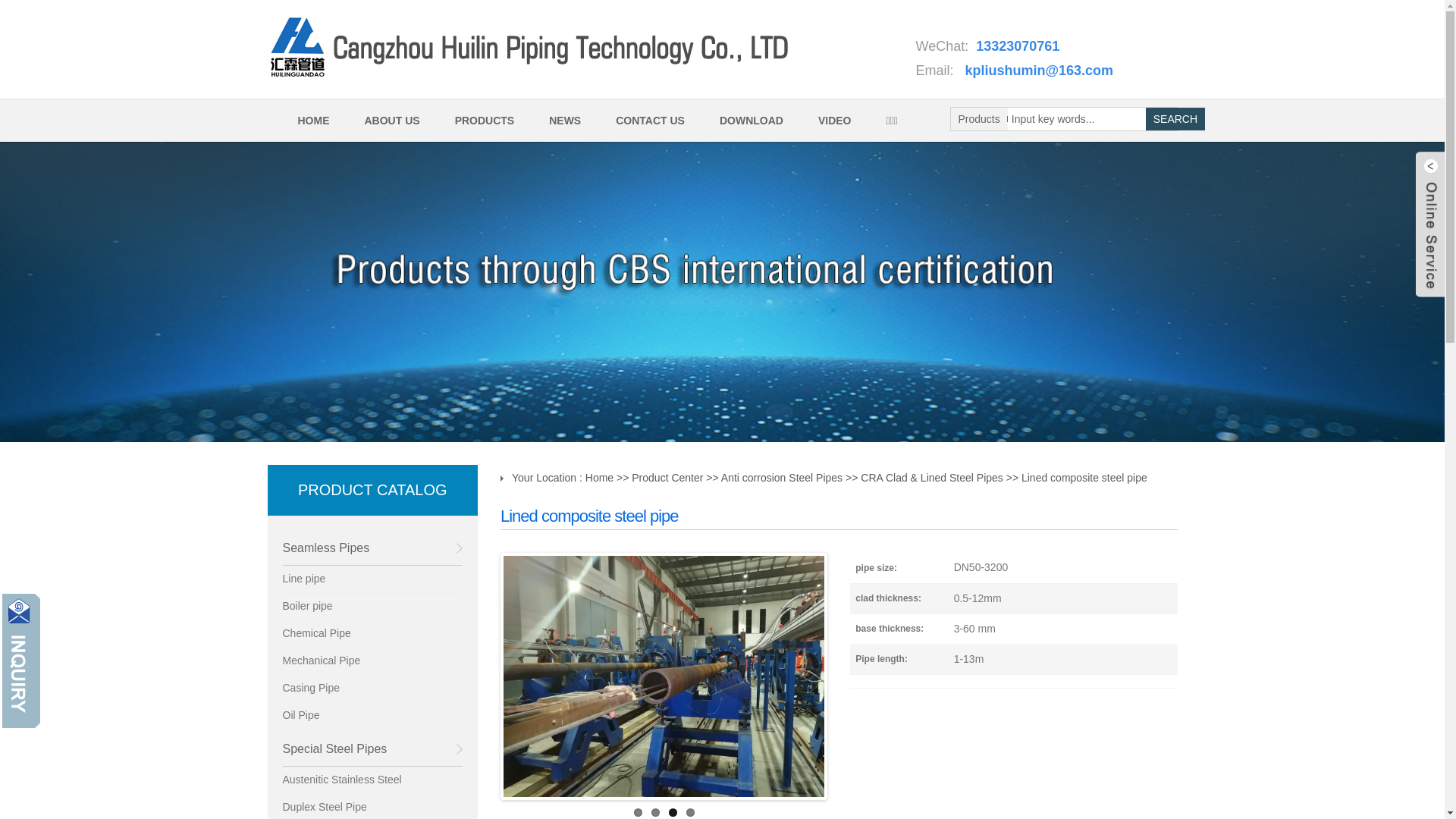 The width and height of the screenshot is (1456, 819). I want to click on 'Home', so click(598, 476).